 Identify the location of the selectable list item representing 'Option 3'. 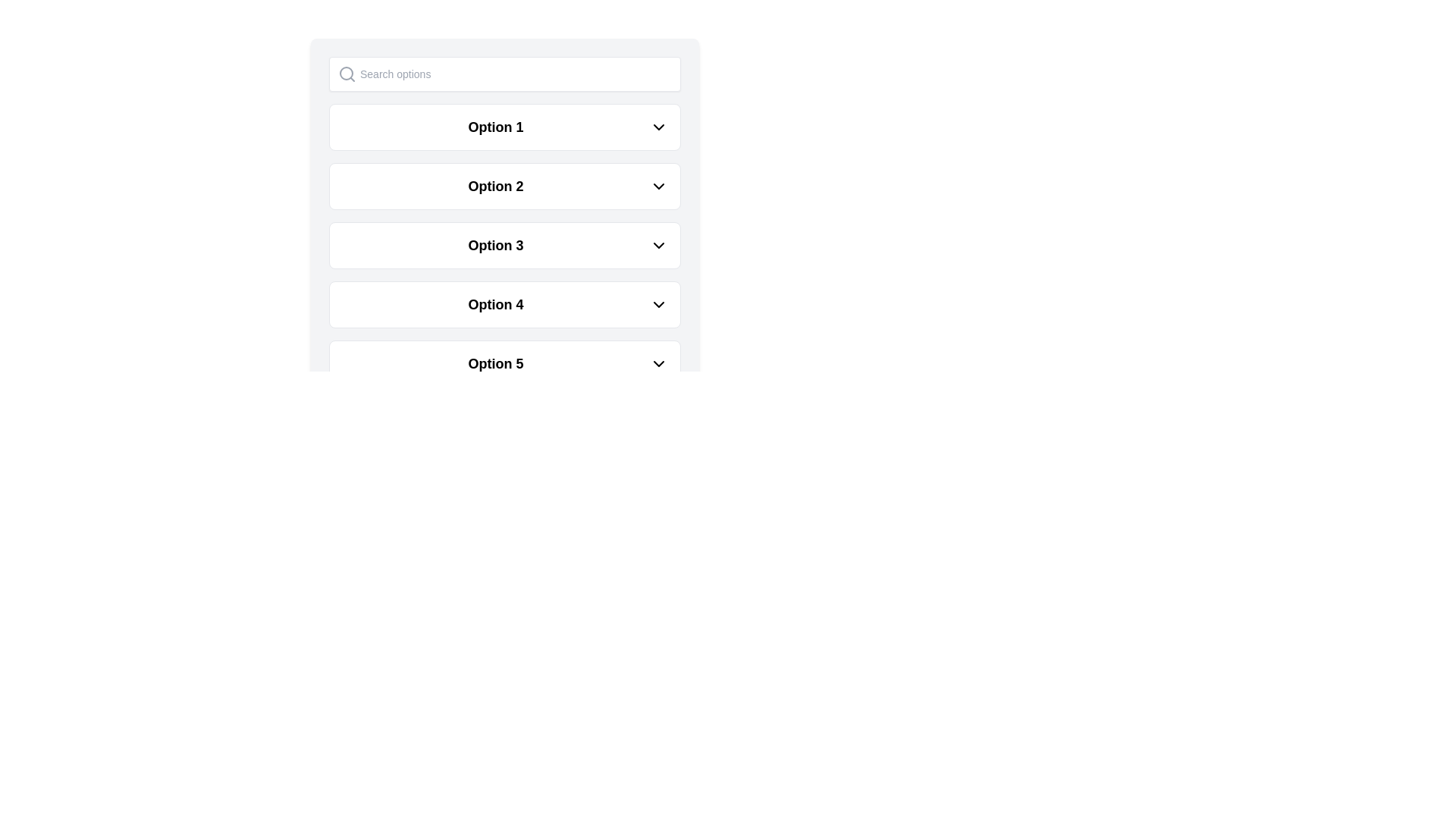
(505, 245).